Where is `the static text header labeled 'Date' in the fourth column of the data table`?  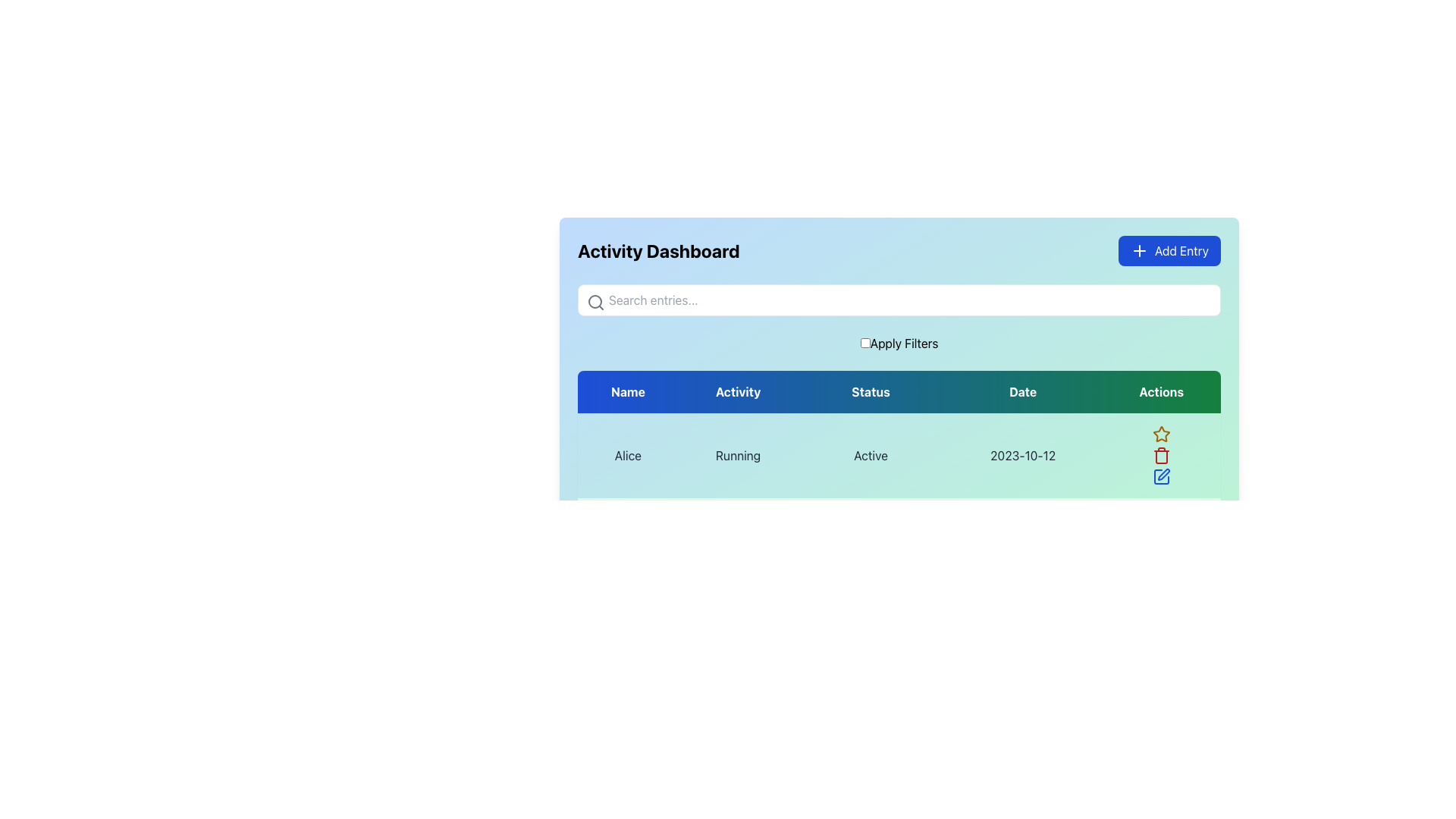 the static text header labeled 'Date' in the fourth column of the data table is located at coordinates (1023, 391).